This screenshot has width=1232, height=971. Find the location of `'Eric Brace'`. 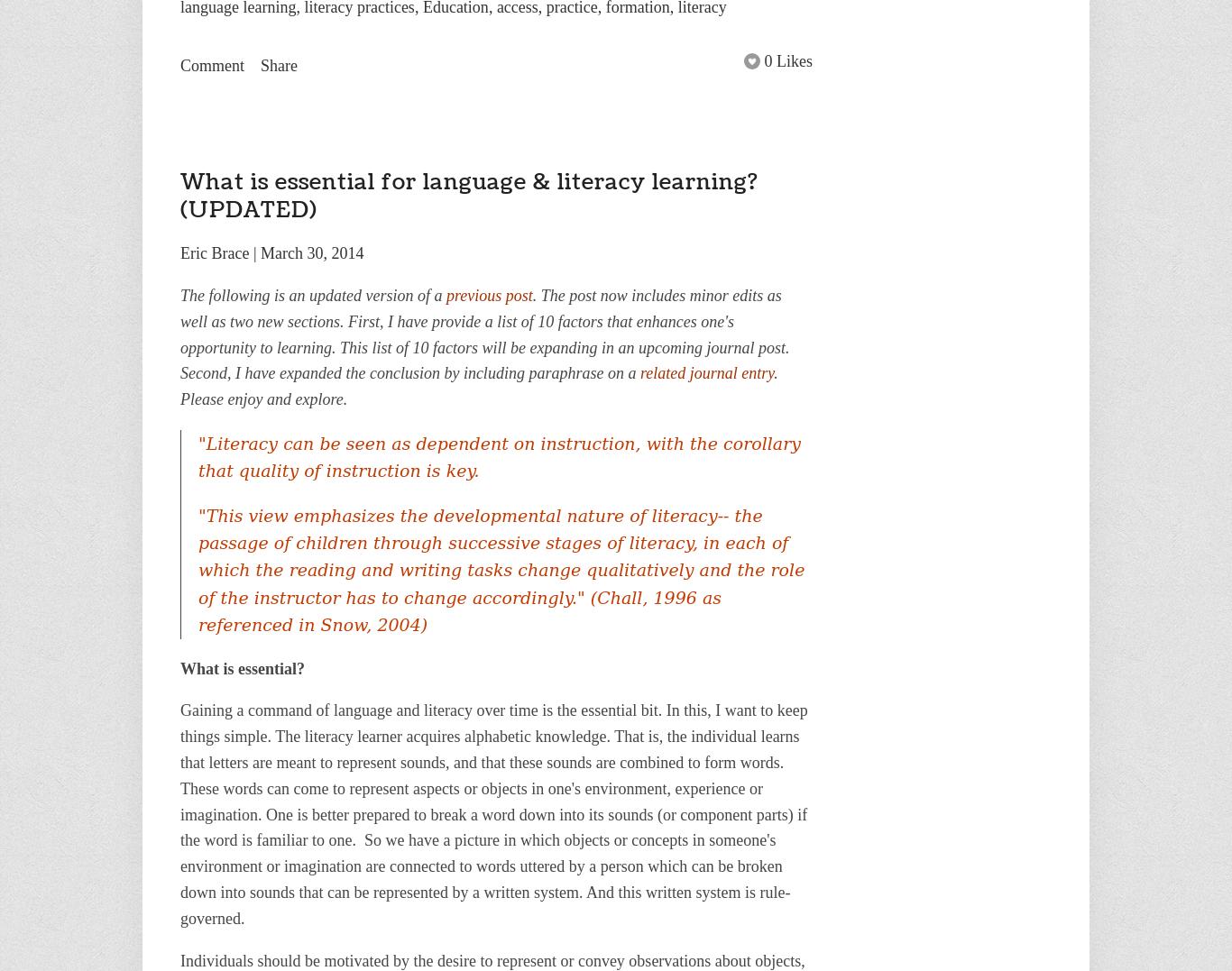

'Eric Brace' is located at coordinates (179, 252).